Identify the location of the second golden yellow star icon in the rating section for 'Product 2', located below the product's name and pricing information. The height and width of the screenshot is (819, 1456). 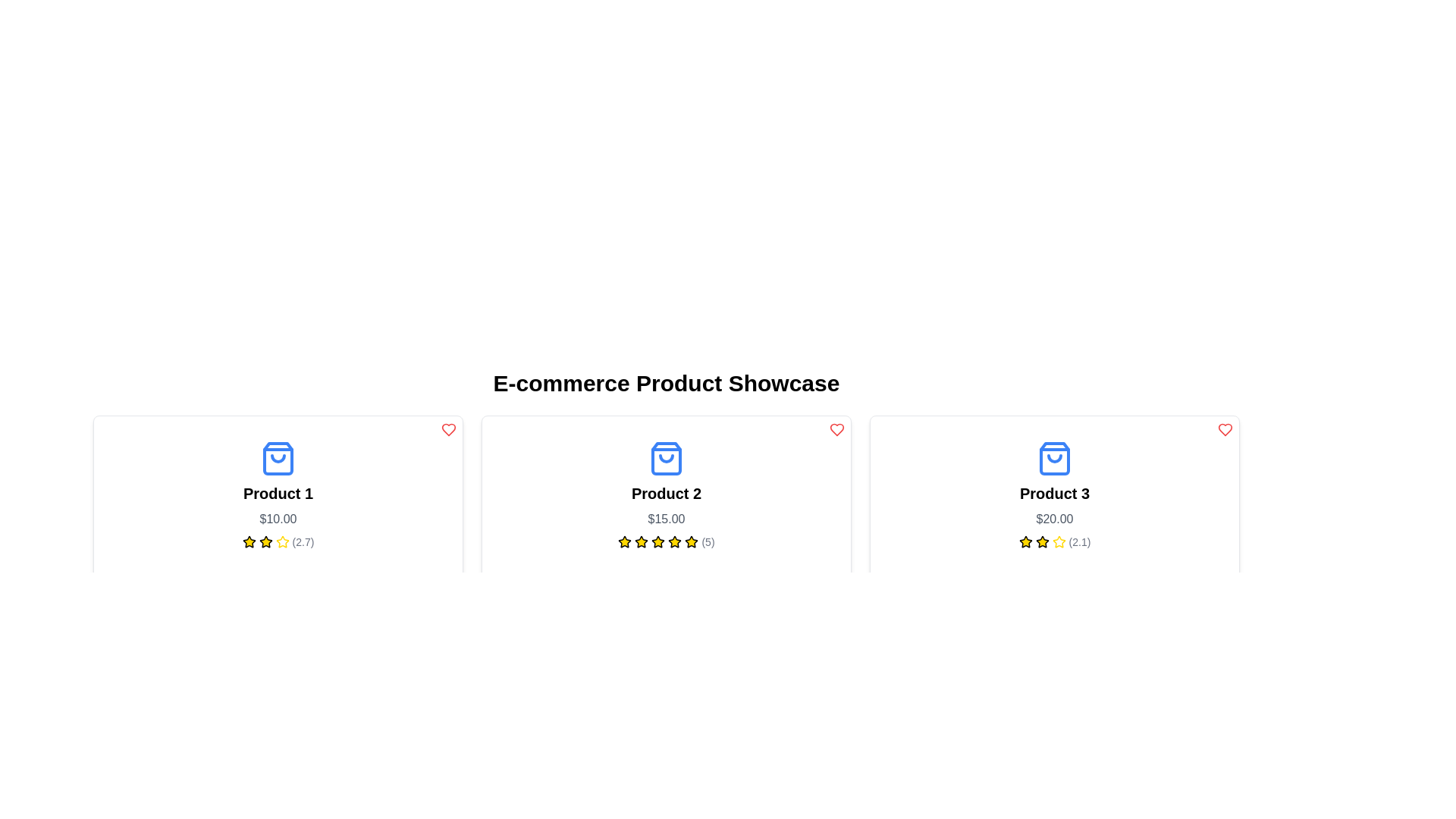
(625, 541).